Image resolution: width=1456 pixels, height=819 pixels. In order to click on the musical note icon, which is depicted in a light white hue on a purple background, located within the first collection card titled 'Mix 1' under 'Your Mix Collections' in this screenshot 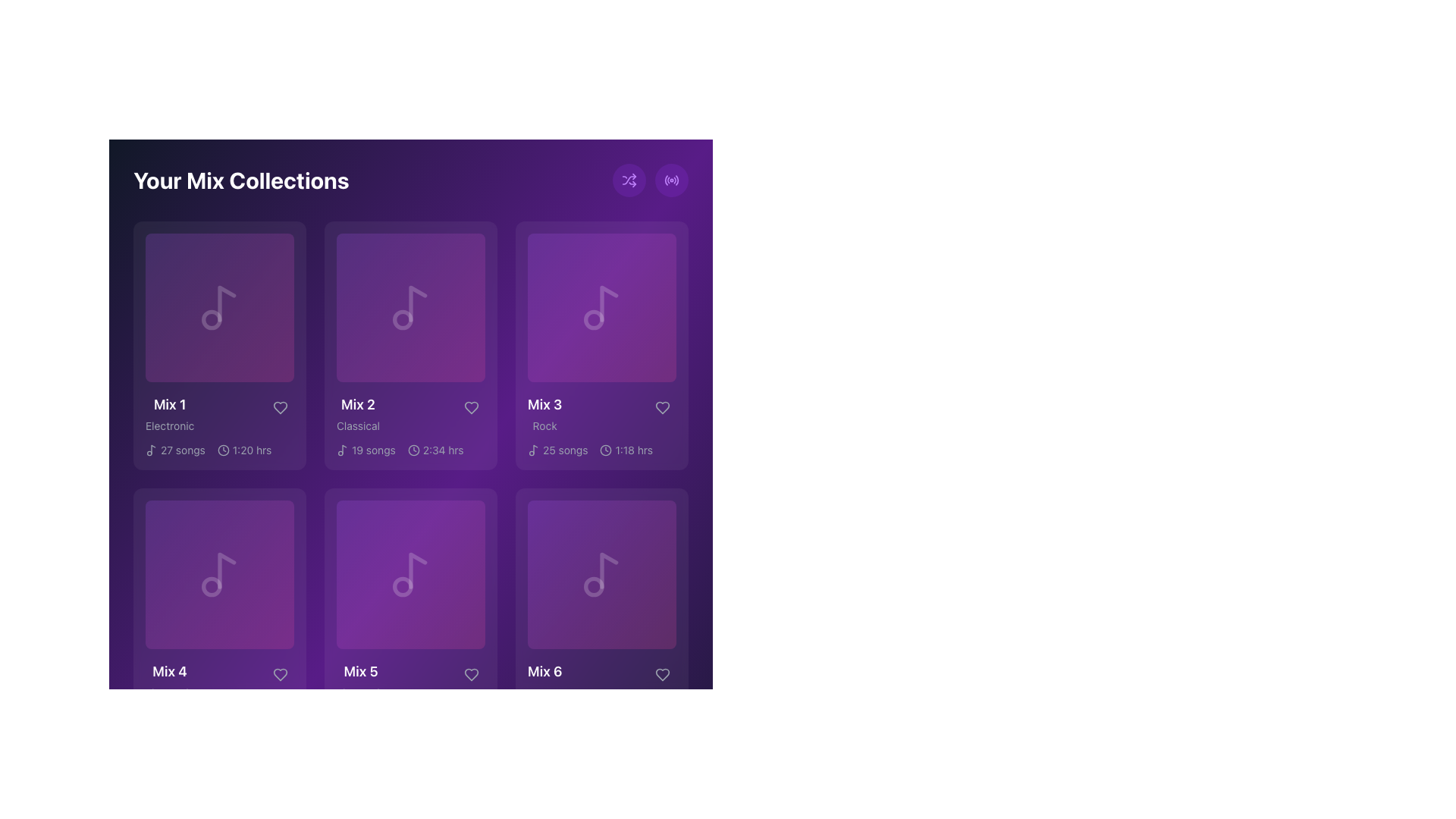, I will do `click(218, 307)`.